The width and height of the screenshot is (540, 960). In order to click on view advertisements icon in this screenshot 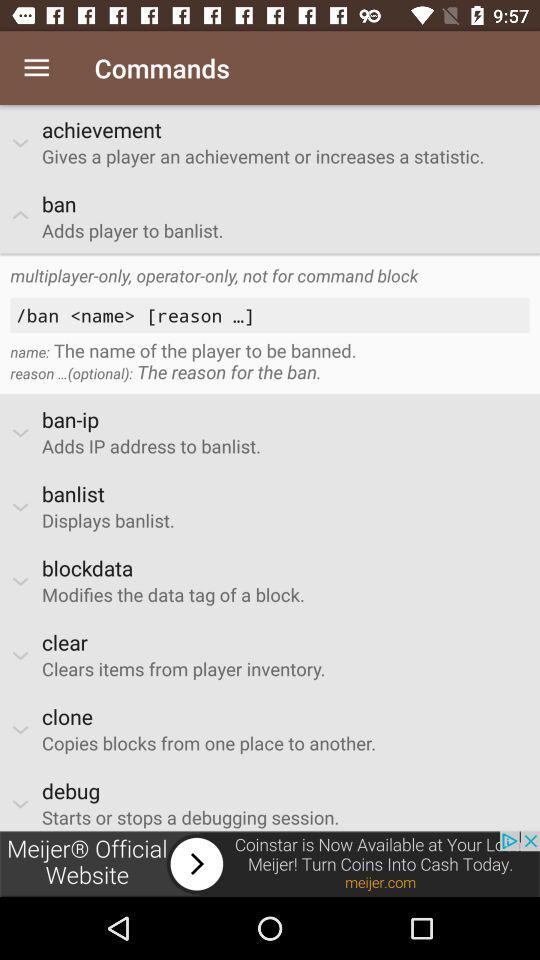, I will do `click(270, 863)`.